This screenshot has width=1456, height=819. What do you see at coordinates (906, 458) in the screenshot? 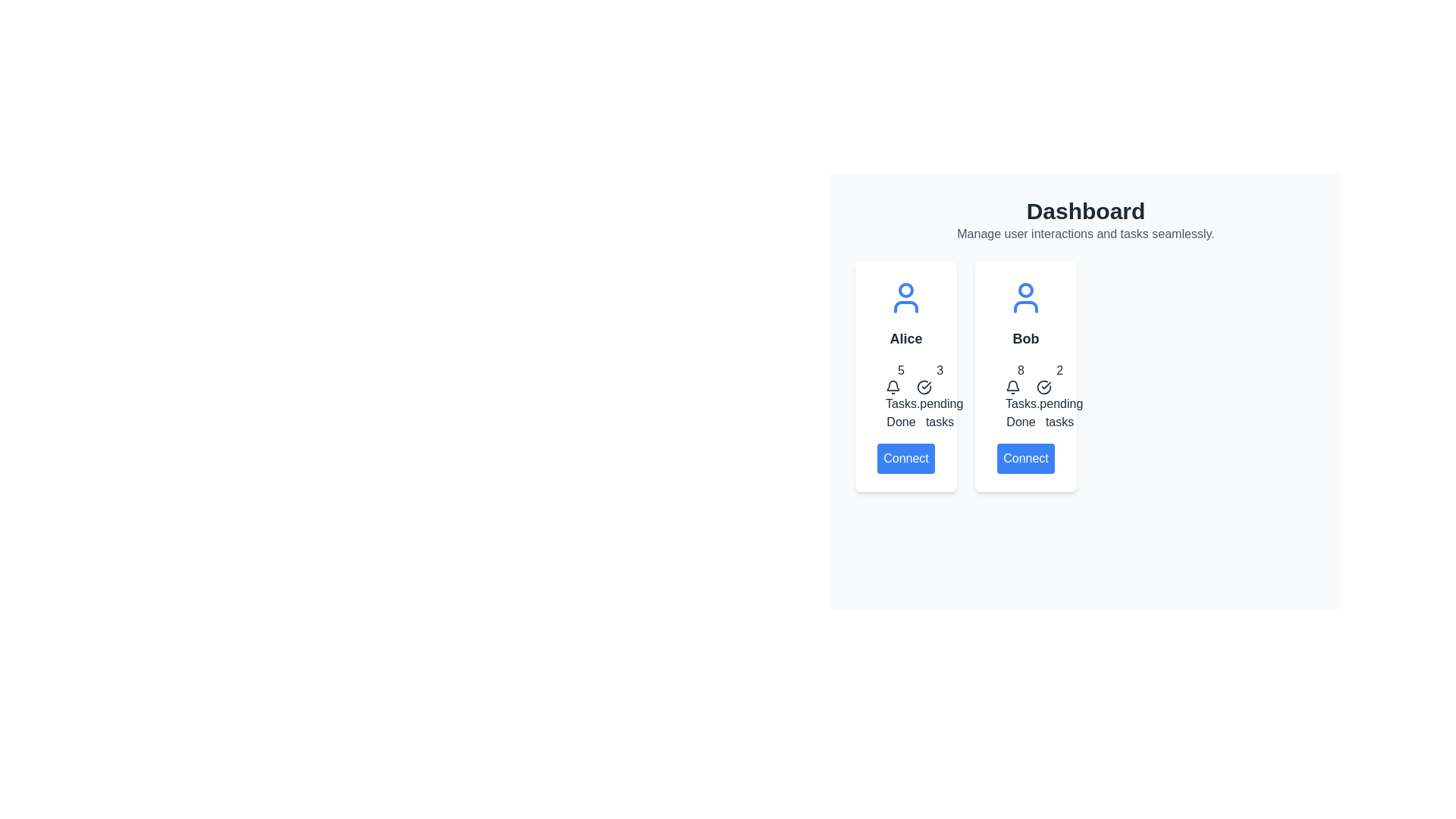
I see `the 'Connect' button with a blue background and white text located at the bottom of the user card for 'Alice' to initiate a connection` at bounding box center [906, 458].